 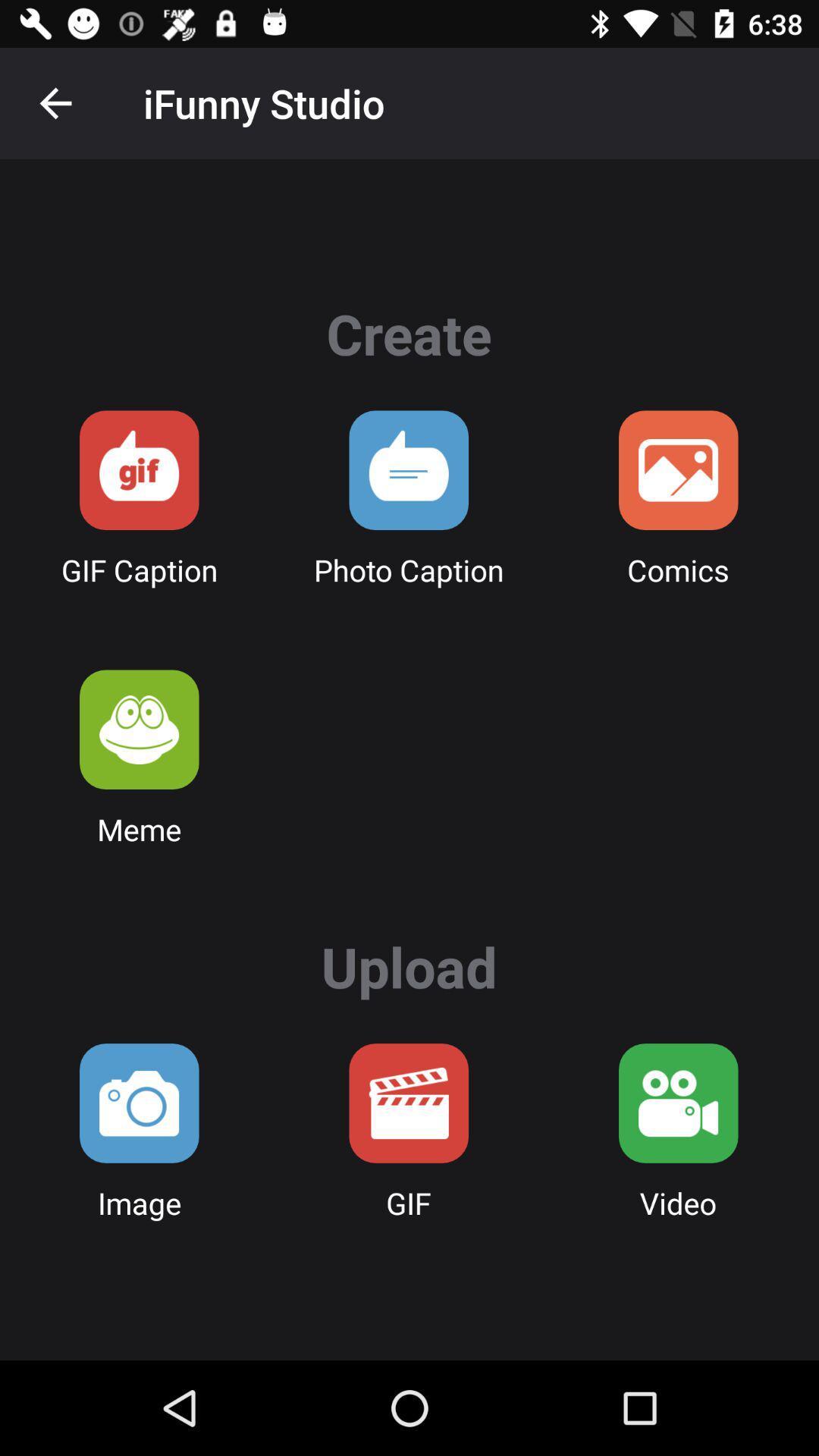 I want to click on icon, so click(x=408, y=469).